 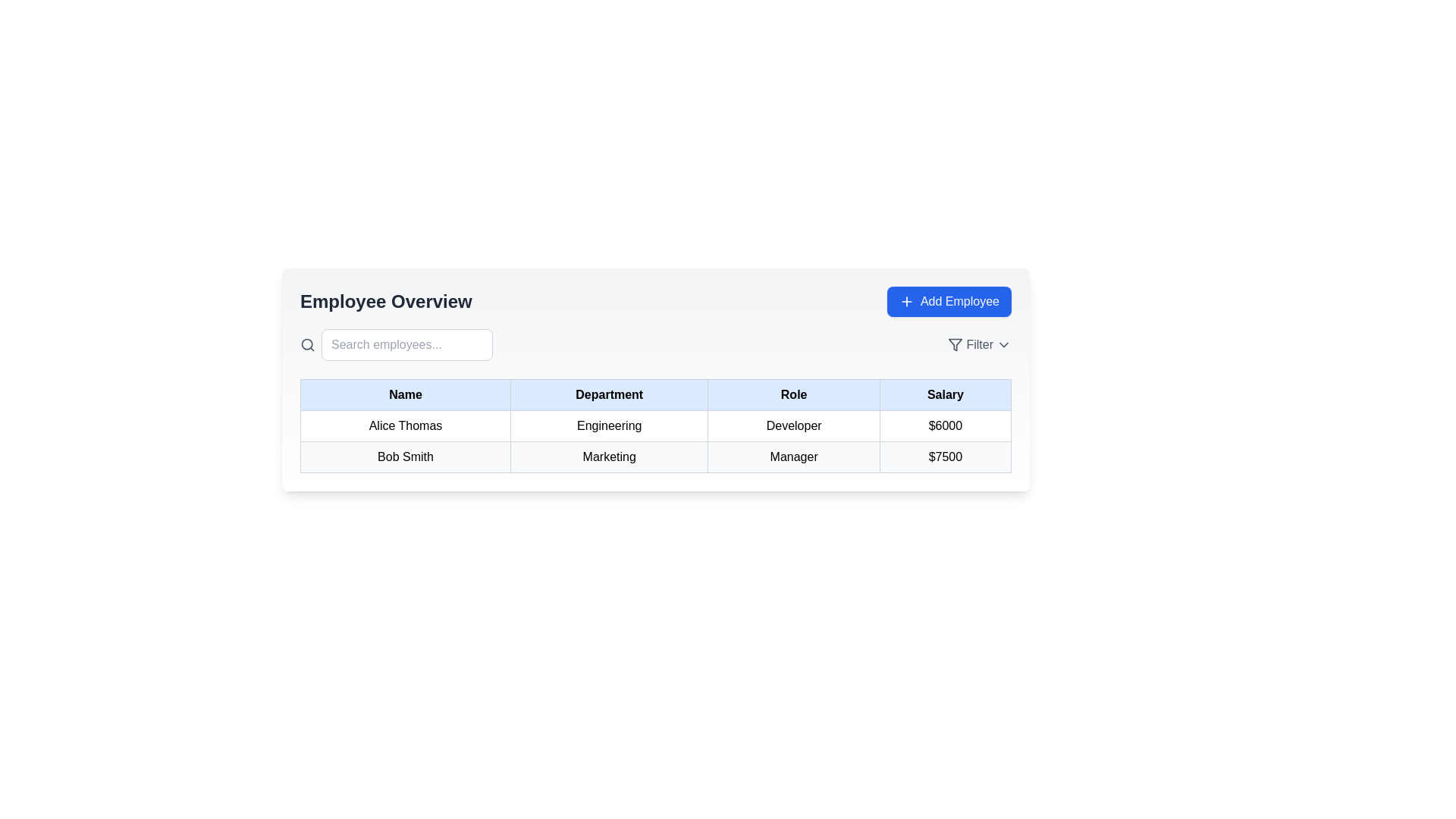 What do you see at coordinates (906, 301) in the screenshot?
I see `the blue circular icon with a white 'plus' symbol, which is part of the 'Add Employee' button located at the top-right corner of the interface` at bounding box center [906, 301].